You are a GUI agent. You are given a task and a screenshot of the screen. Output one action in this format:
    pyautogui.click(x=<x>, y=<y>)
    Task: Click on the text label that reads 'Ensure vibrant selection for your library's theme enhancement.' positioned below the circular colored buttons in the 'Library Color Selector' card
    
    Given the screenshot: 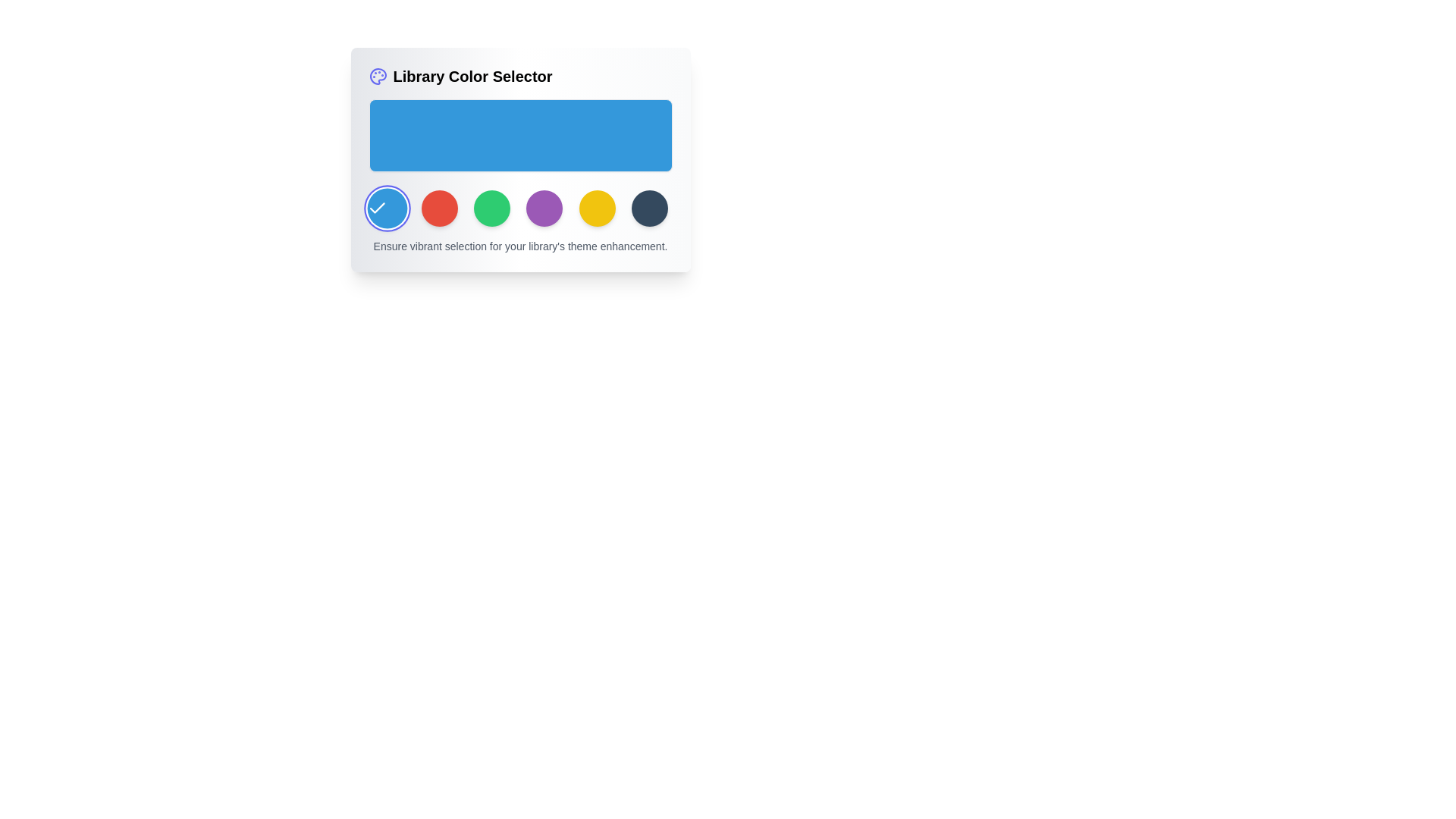 What is the action you would take?
    pyautogui.click(x=520, y=245)
    